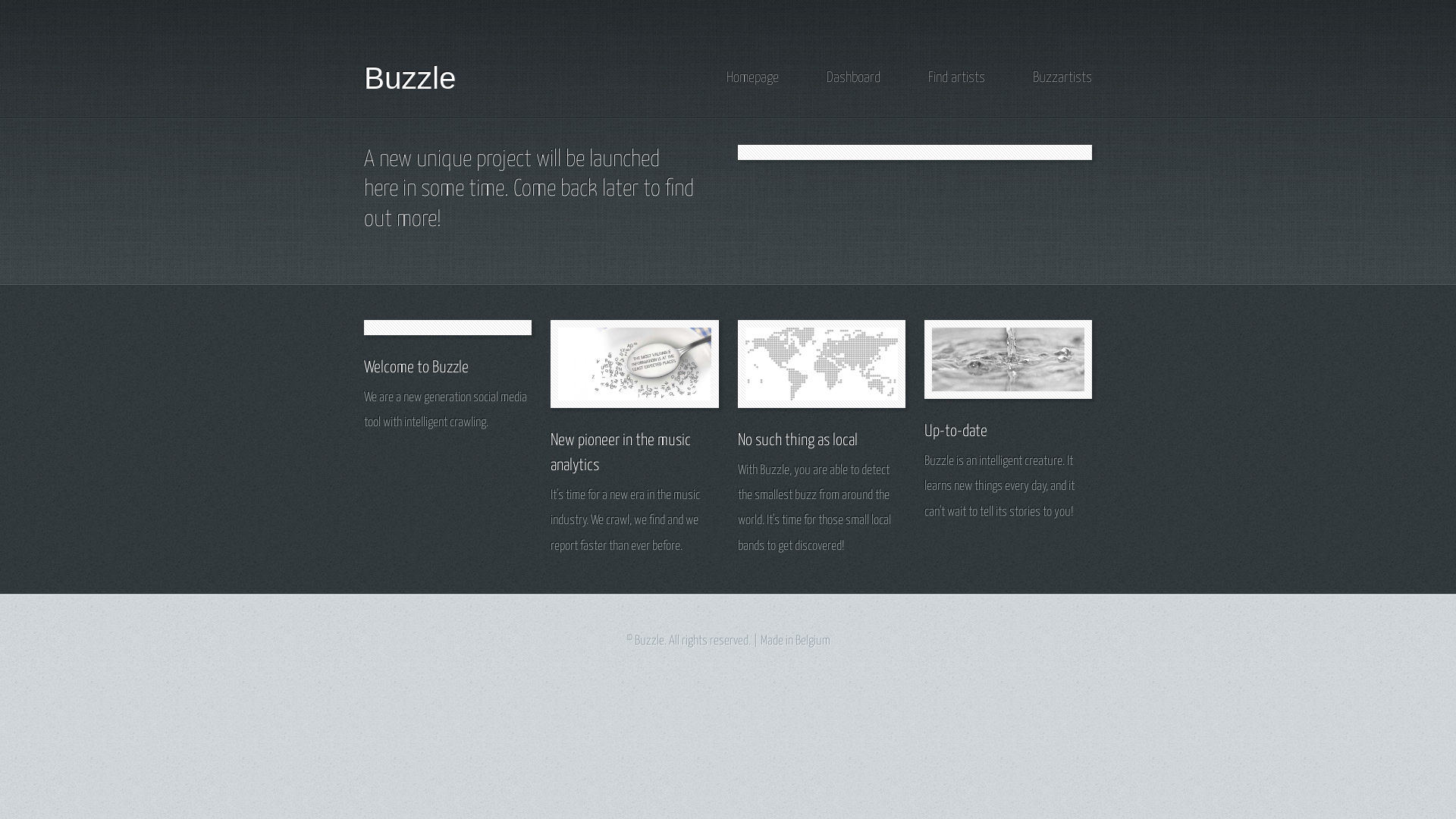  I want to click on 'Buzzle', so click(410, 78).